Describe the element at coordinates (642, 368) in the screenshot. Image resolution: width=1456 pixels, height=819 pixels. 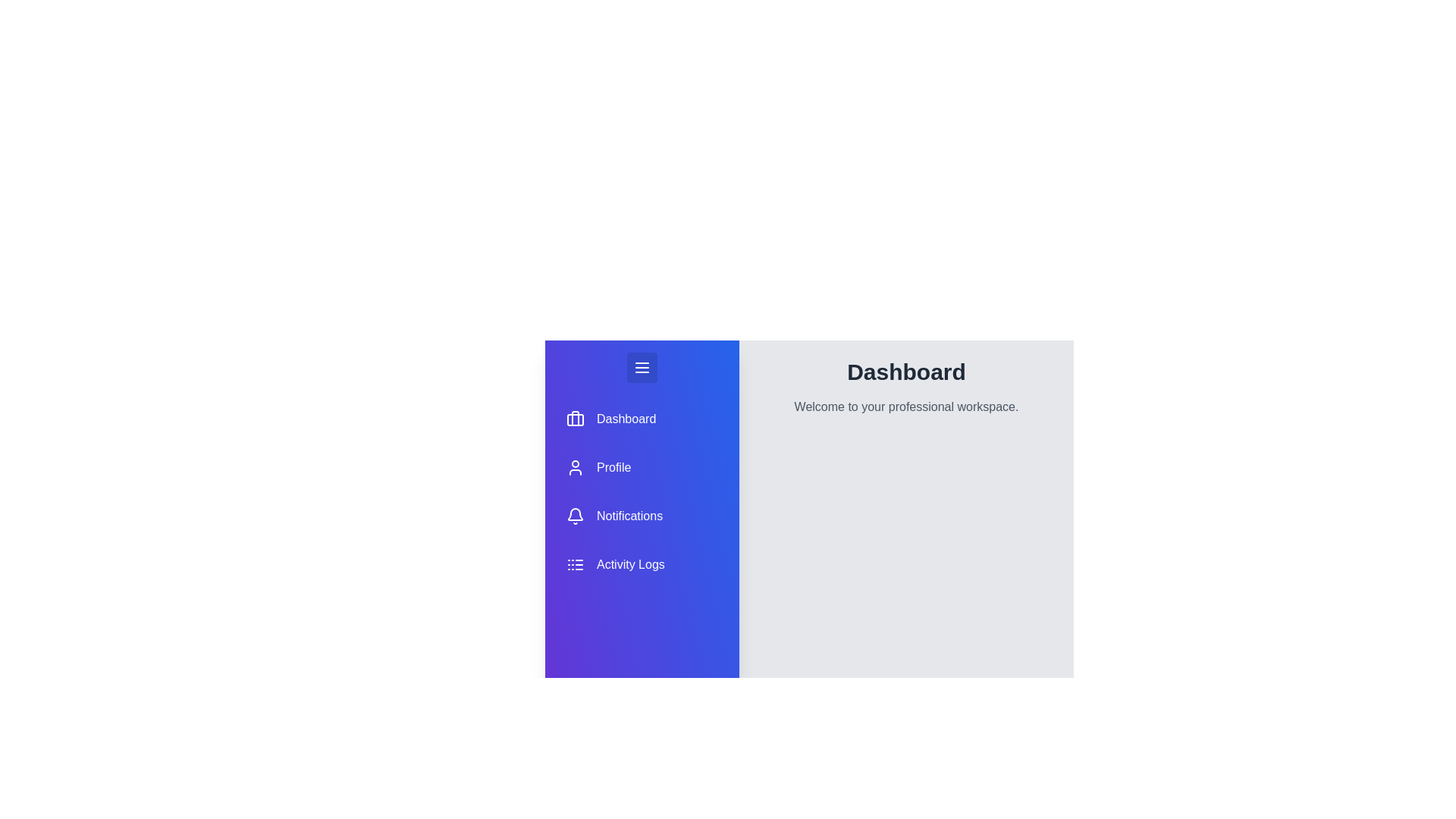
I see `drawer toggle button to toggle the drawer open or closed` at that location.